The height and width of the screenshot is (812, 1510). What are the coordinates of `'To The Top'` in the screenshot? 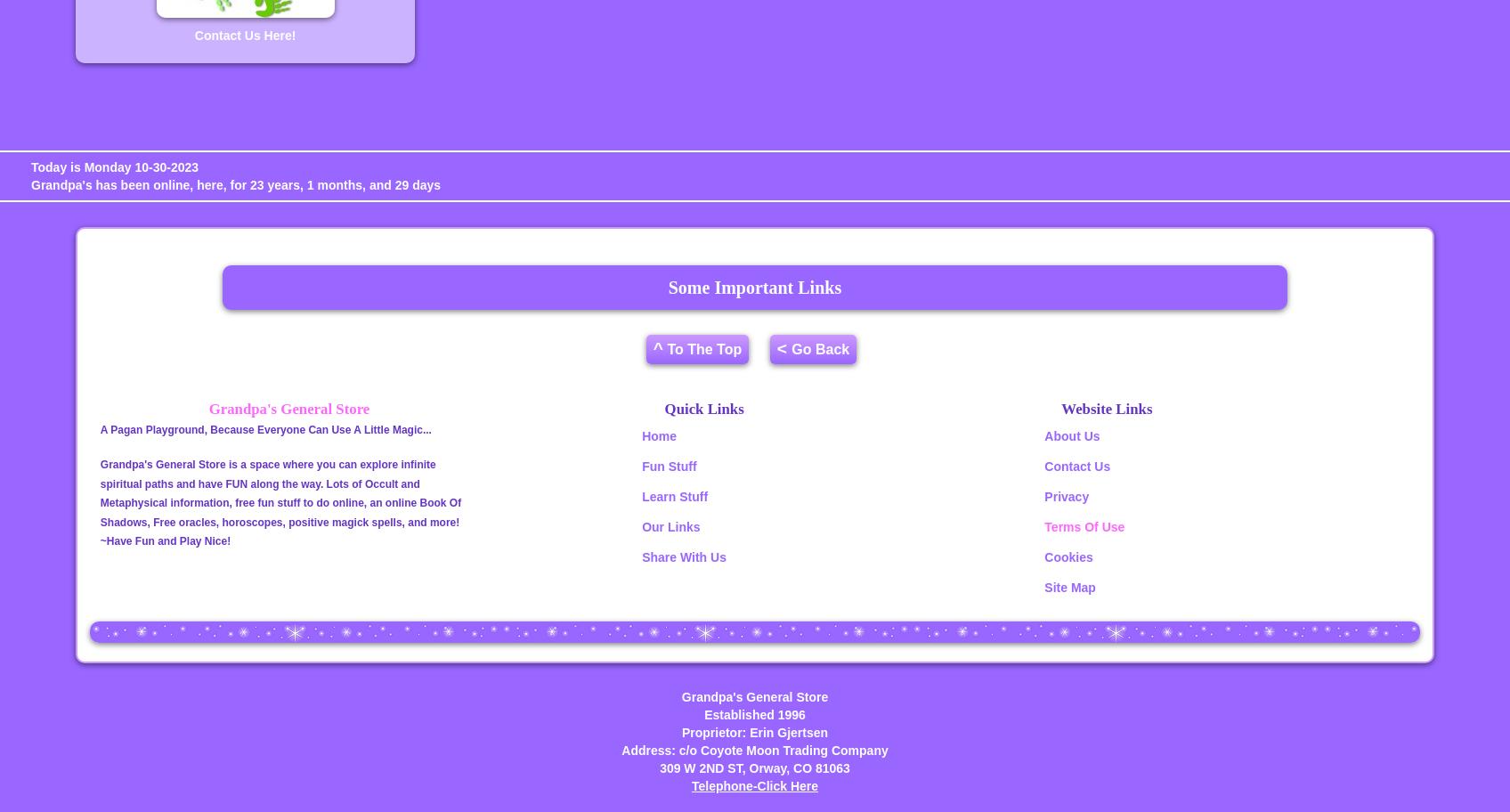 It's located at (701, 348).